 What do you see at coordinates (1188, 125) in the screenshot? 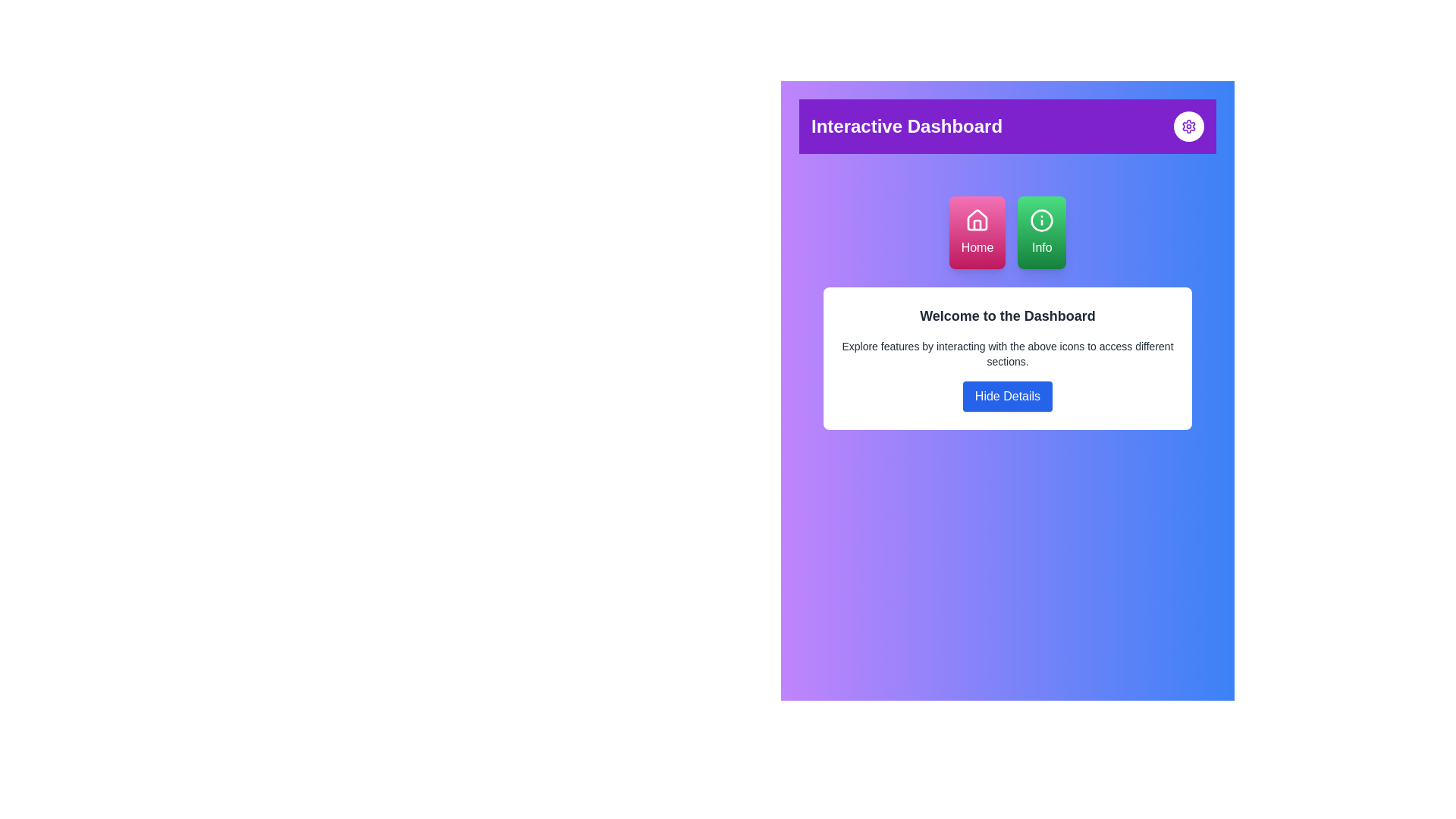
I see `the cogwheel icon located in the top-right corner of the interface` at bounding box center [1188, 125].